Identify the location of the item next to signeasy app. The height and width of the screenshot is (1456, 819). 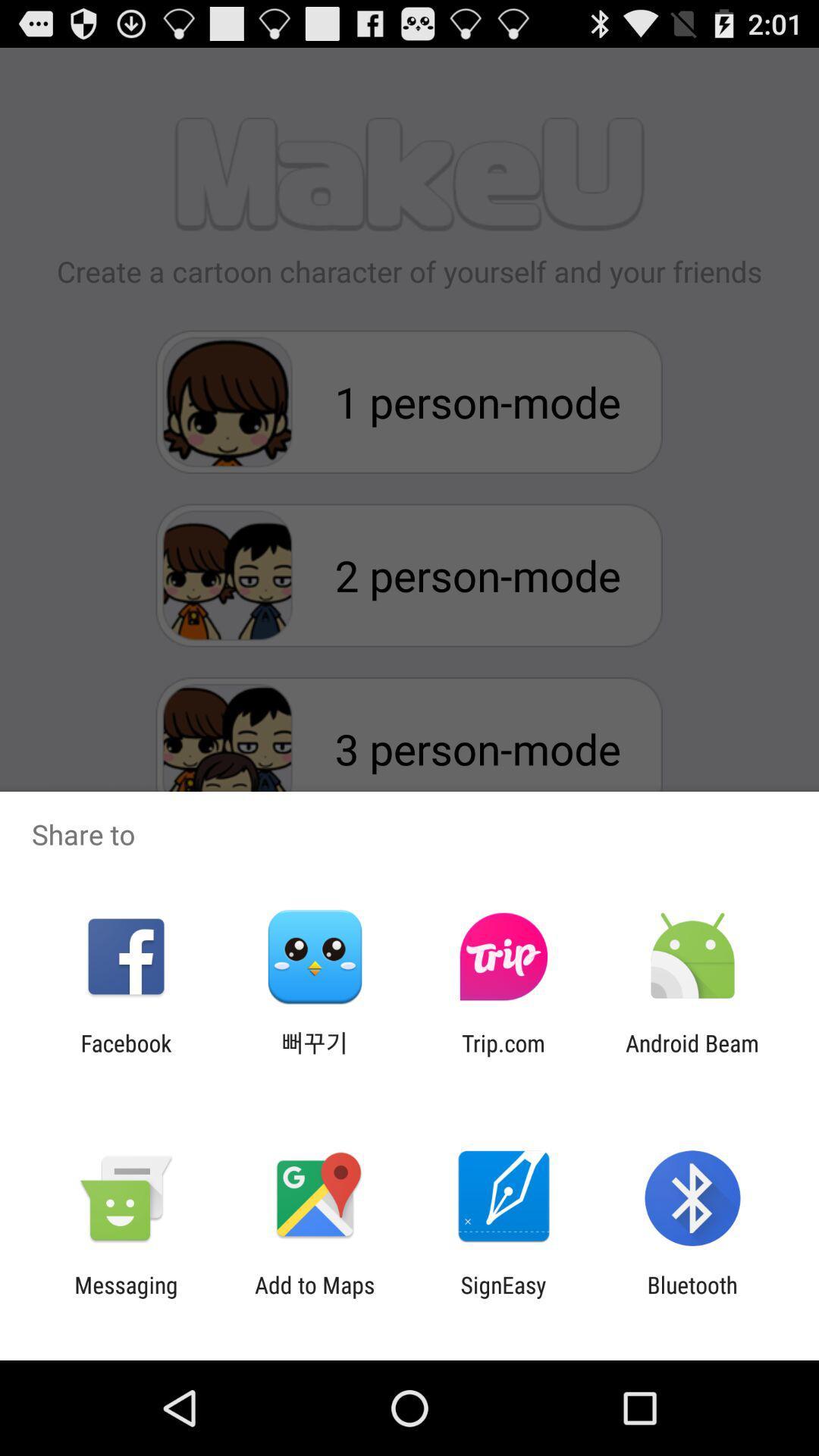
(314, 1298).